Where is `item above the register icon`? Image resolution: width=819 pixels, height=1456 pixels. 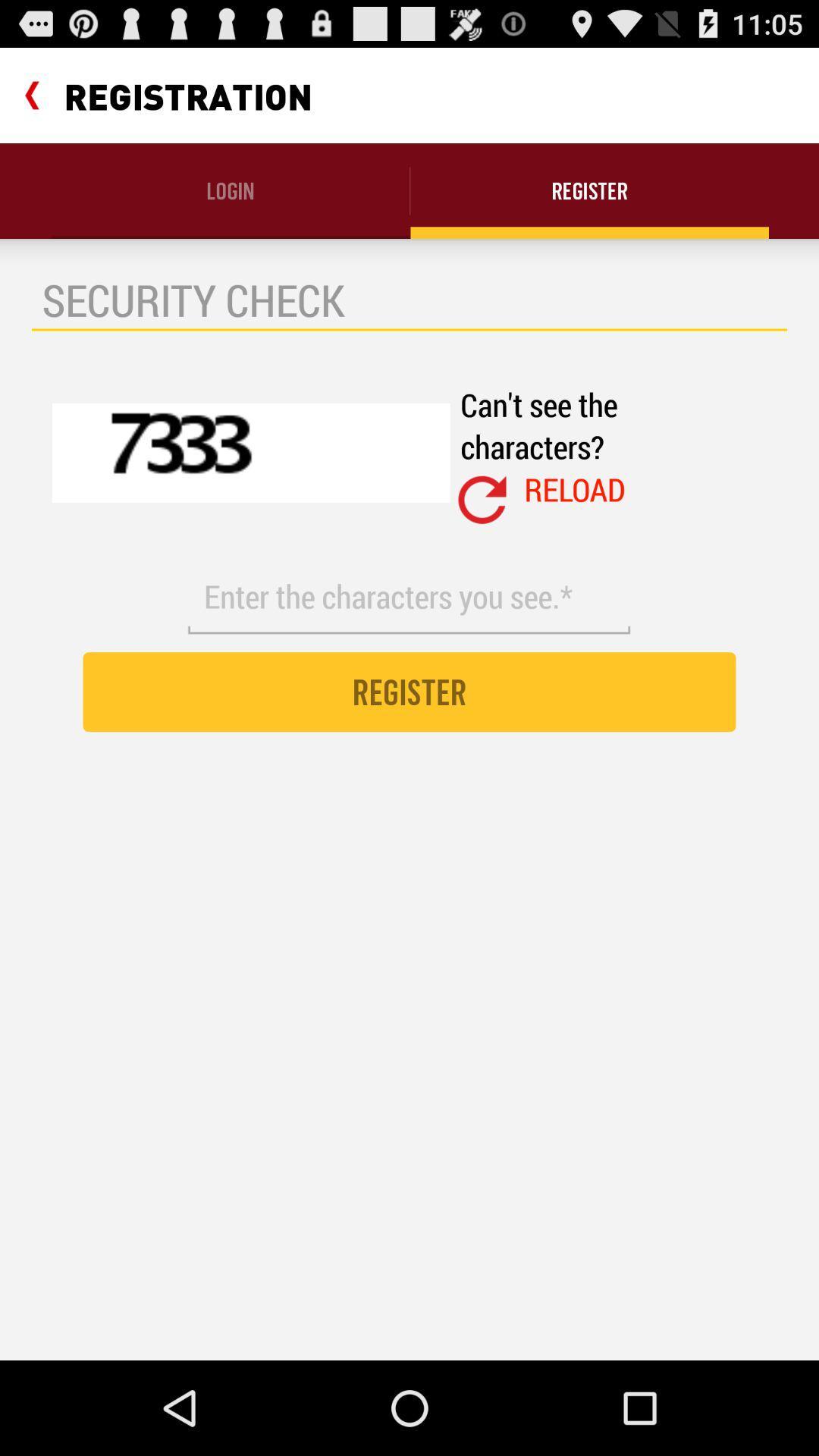
item above the register icon is located at coordinates (408, 596).